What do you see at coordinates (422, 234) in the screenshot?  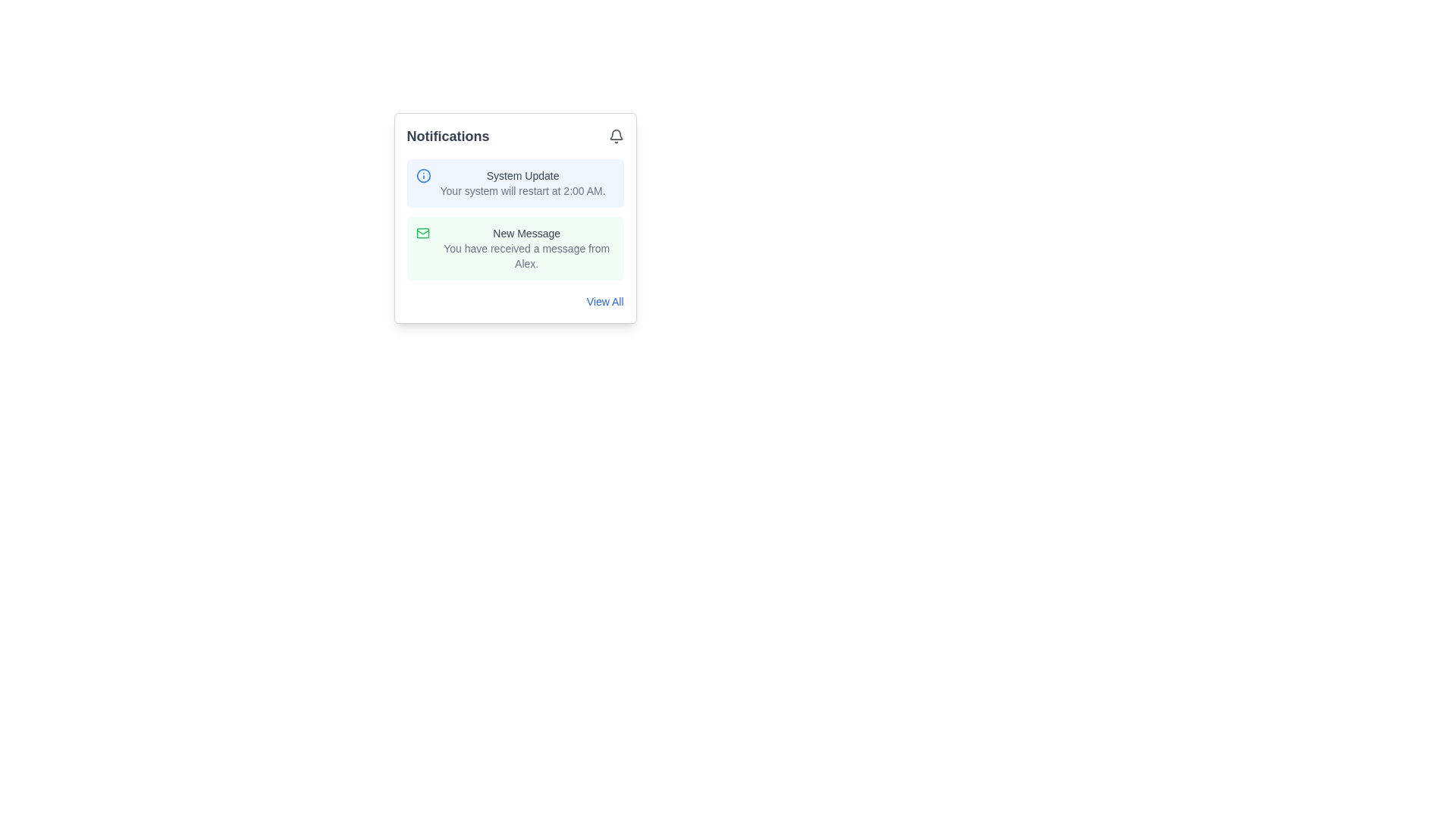 I see `the green outlined rectangular icon with rounded corners containing an envelope symbol, located to the left of the 'New Message' notification text within the notification card` at bounding box center [422, 234].